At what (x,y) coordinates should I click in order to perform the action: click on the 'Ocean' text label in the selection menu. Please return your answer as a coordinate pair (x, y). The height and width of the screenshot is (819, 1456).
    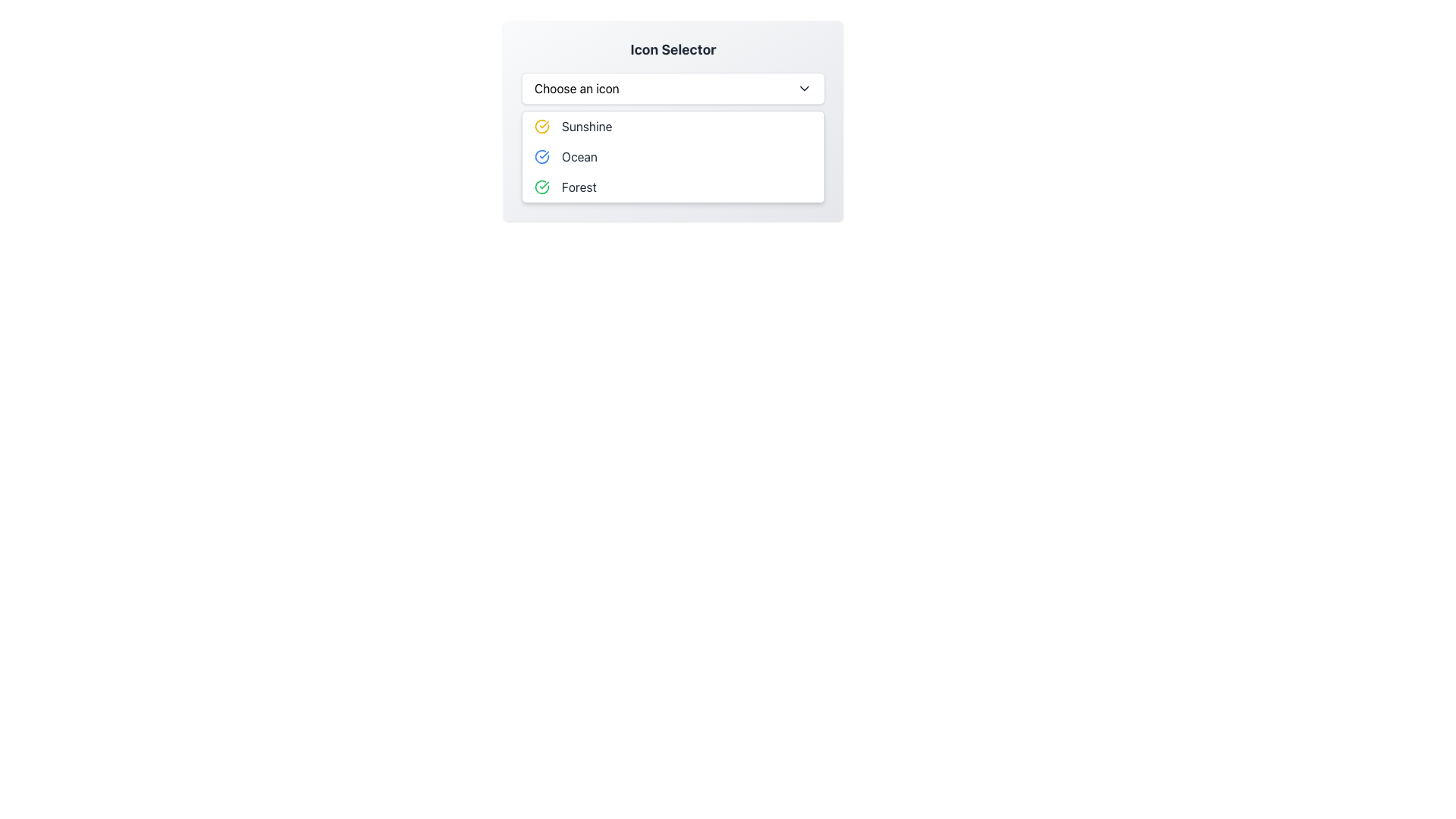
    Looking at the image, I should click on (579, 157).